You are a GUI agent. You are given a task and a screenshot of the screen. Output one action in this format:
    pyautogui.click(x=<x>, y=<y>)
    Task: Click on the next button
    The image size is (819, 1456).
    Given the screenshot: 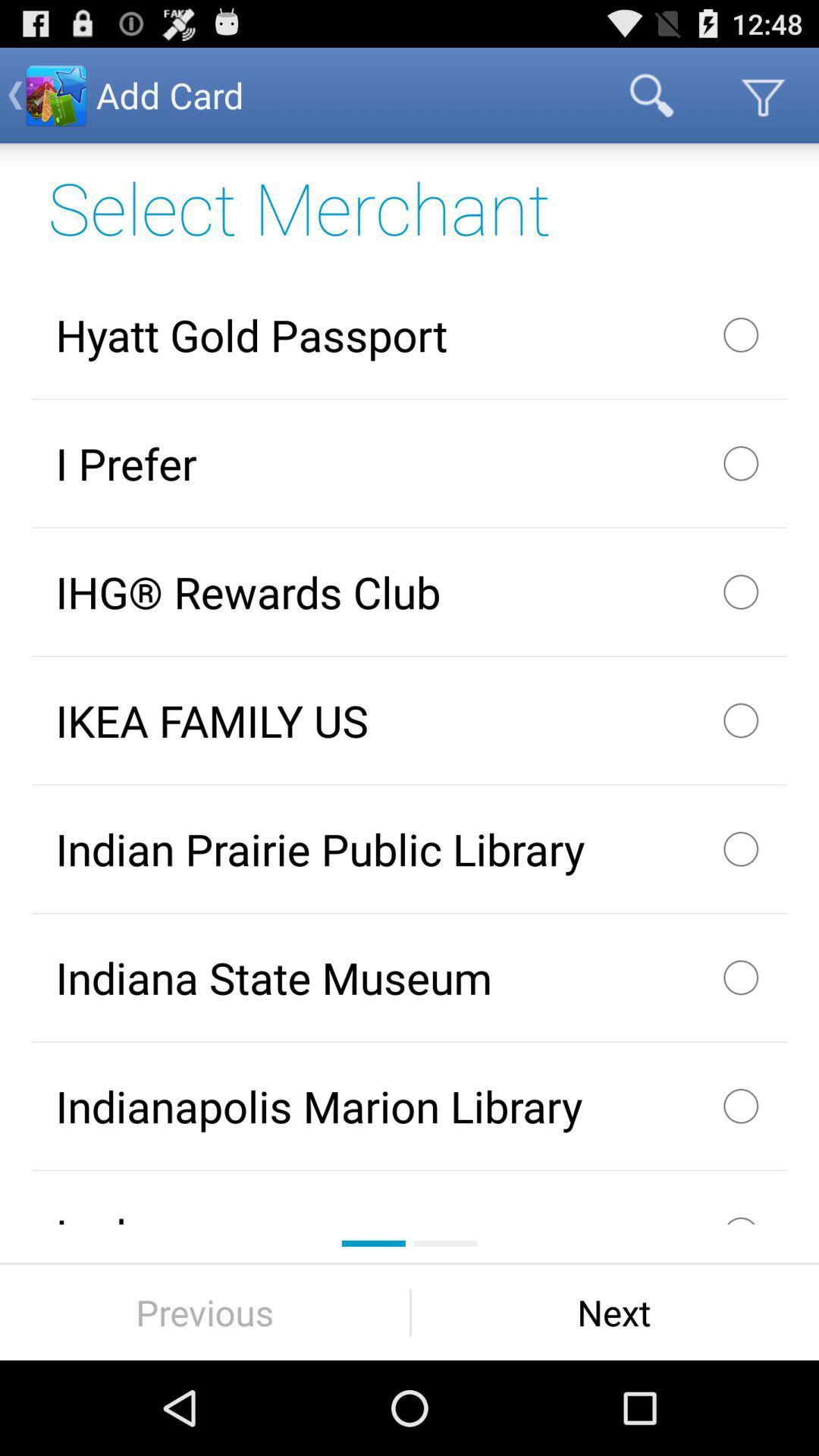 What is the action you would take?
    pyautogui.click(x=614, y=1312)
    